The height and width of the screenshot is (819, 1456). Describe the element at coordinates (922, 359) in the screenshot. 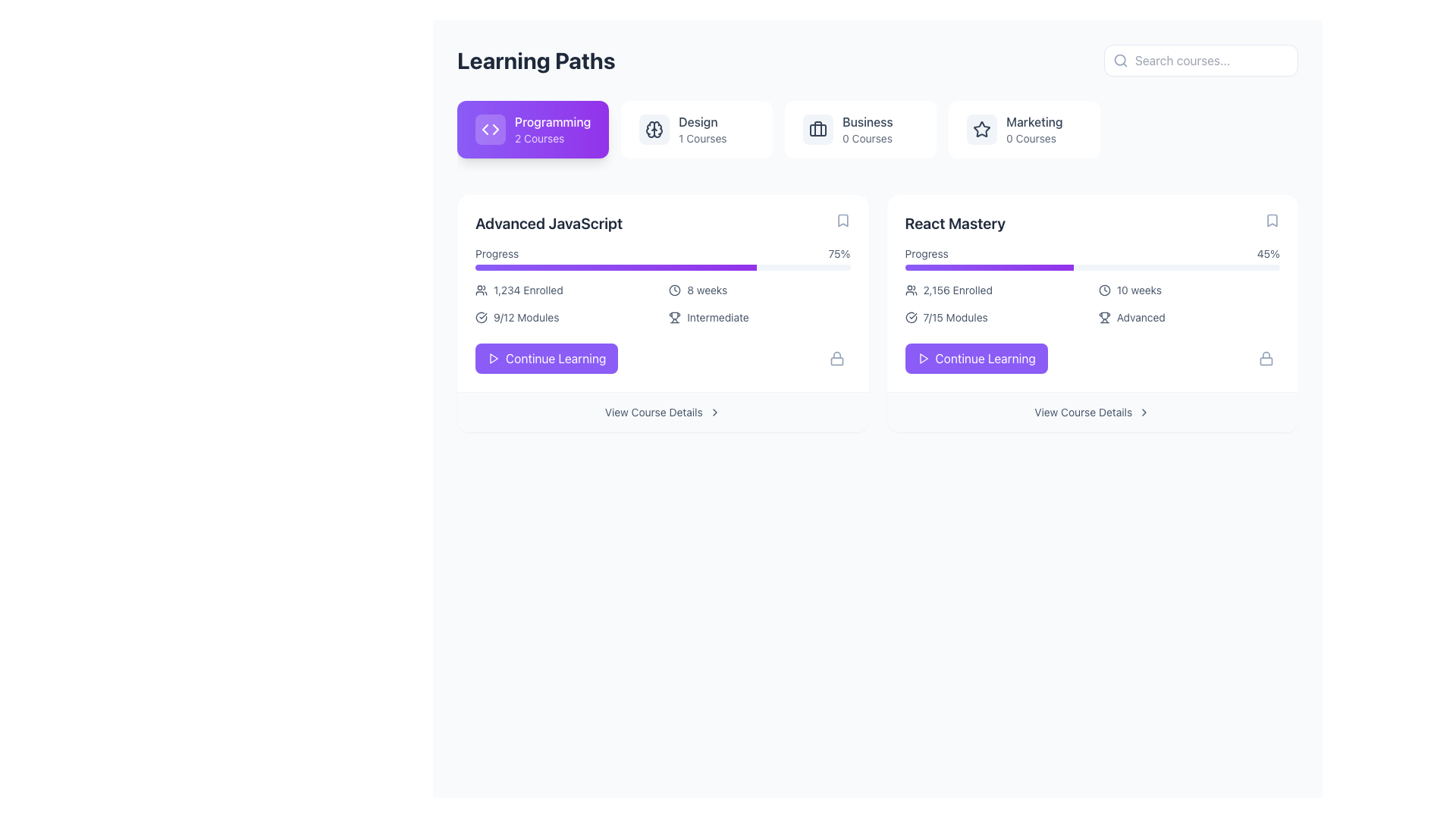

I see `the triangular play icon located on the left side of the 'Continue Learning' button within the 'React Mastery' course card` at that location.